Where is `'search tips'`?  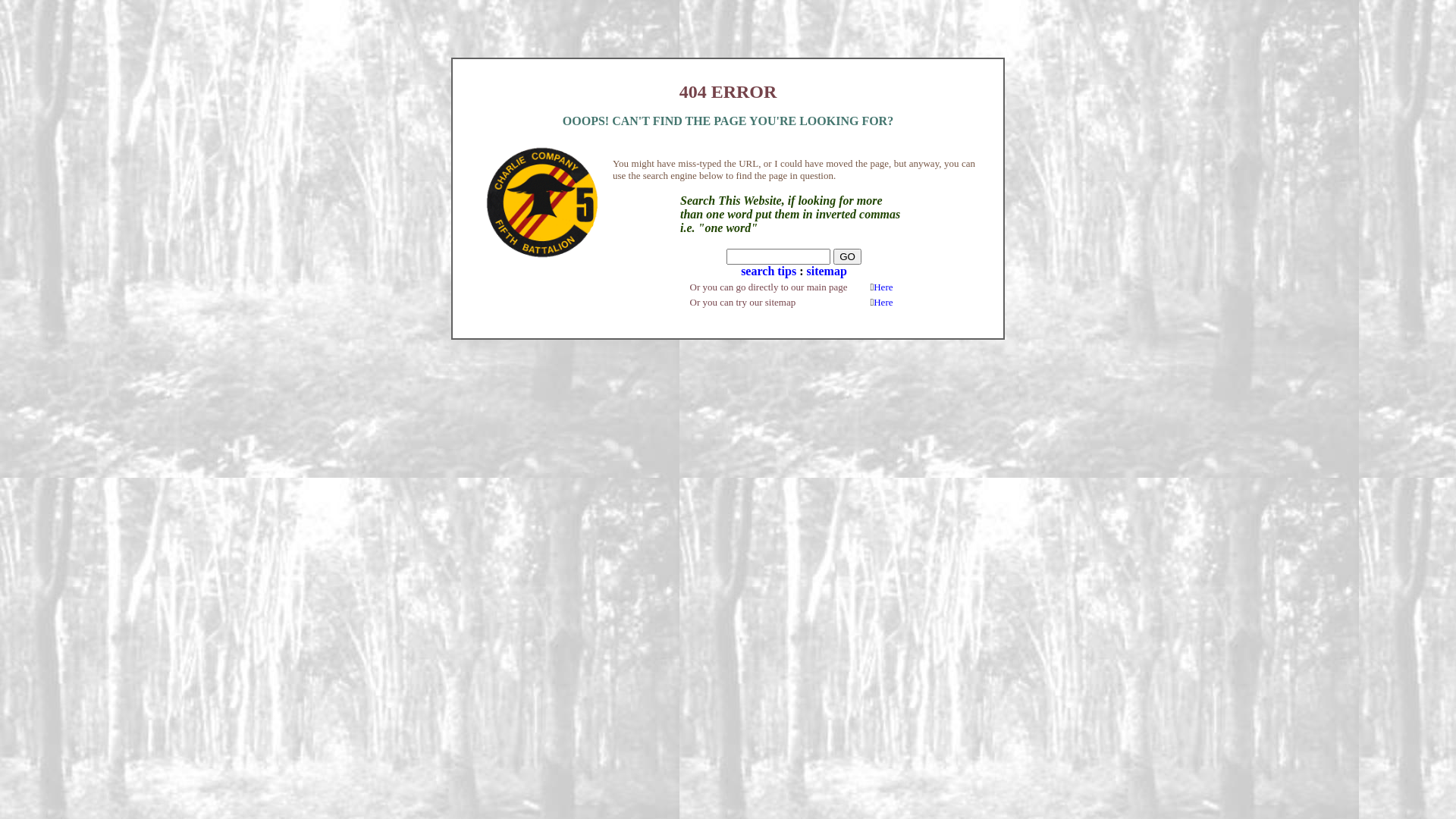 'search tips' is located at coordinates (768, 270).